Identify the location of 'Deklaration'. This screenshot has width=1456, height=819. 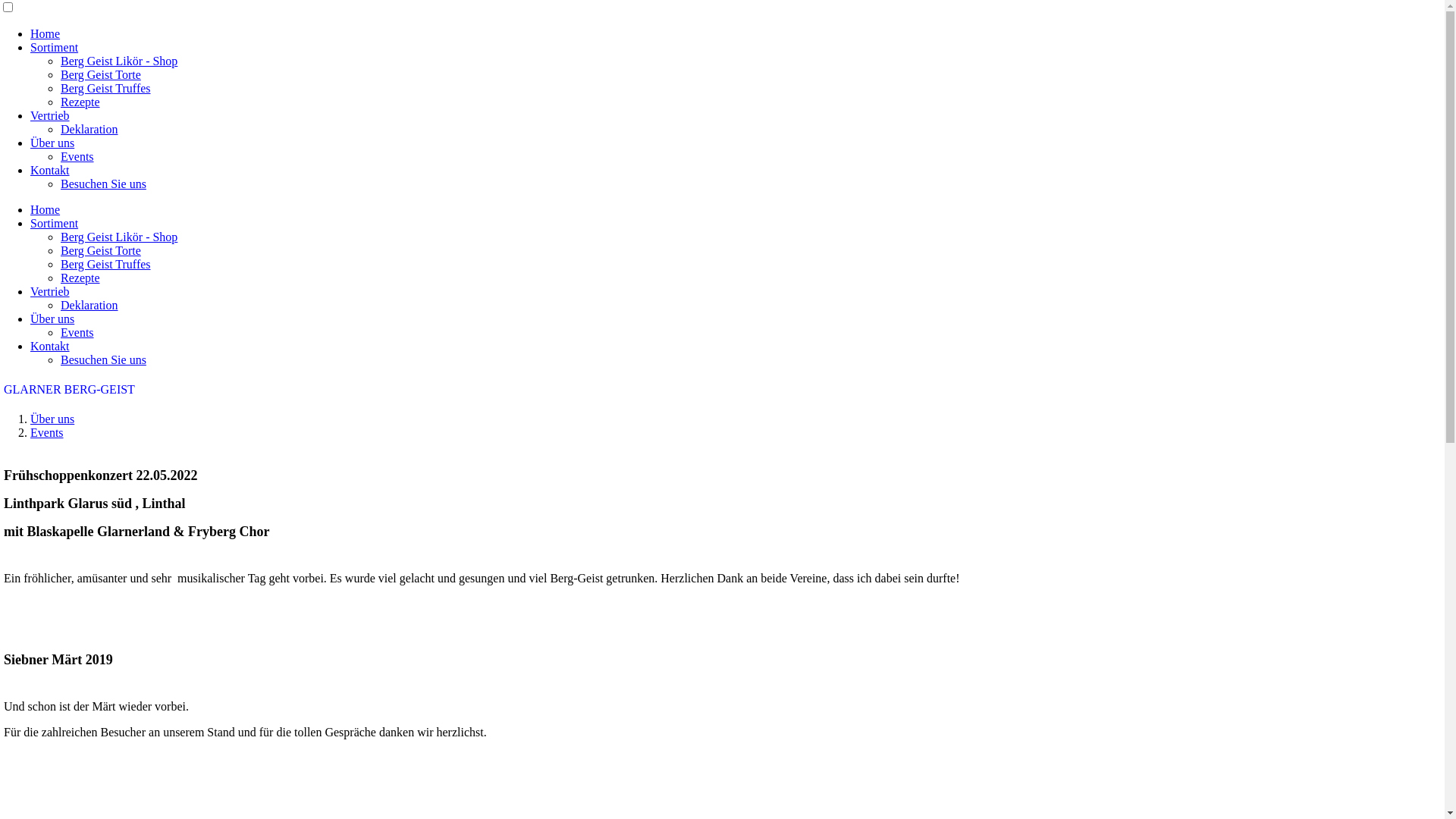
(89, 128).